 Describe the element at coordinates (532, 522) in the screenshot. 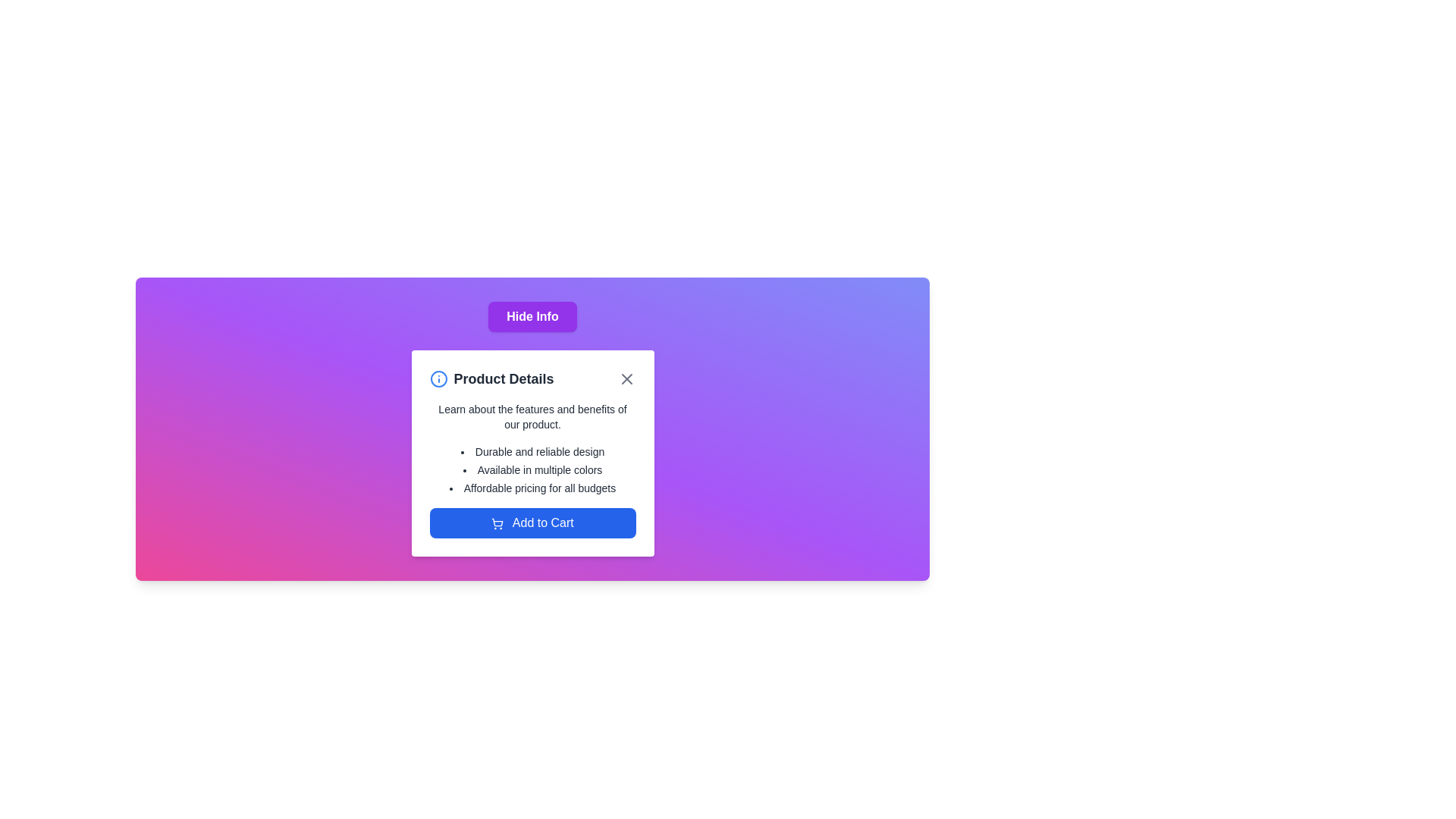

I see `the 'Add to Cart' button, which is a rectangular button with a blue background, white text, and a shopping cart icon, located at the bottom of the product details card` at that location.